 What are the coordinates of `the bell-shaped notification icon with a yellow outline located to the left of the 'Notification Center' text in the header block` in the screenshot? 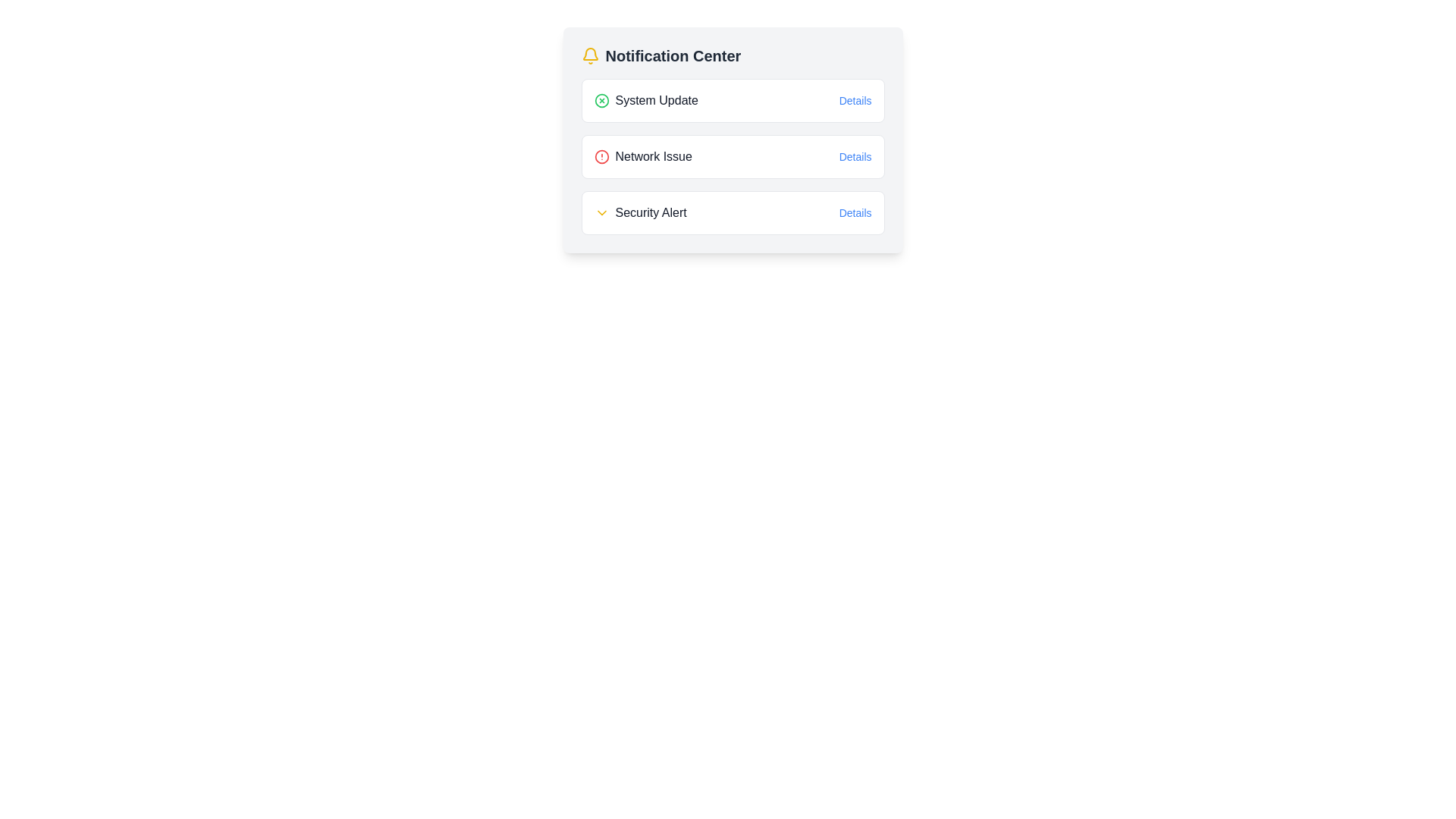 It's located at (589, 55).